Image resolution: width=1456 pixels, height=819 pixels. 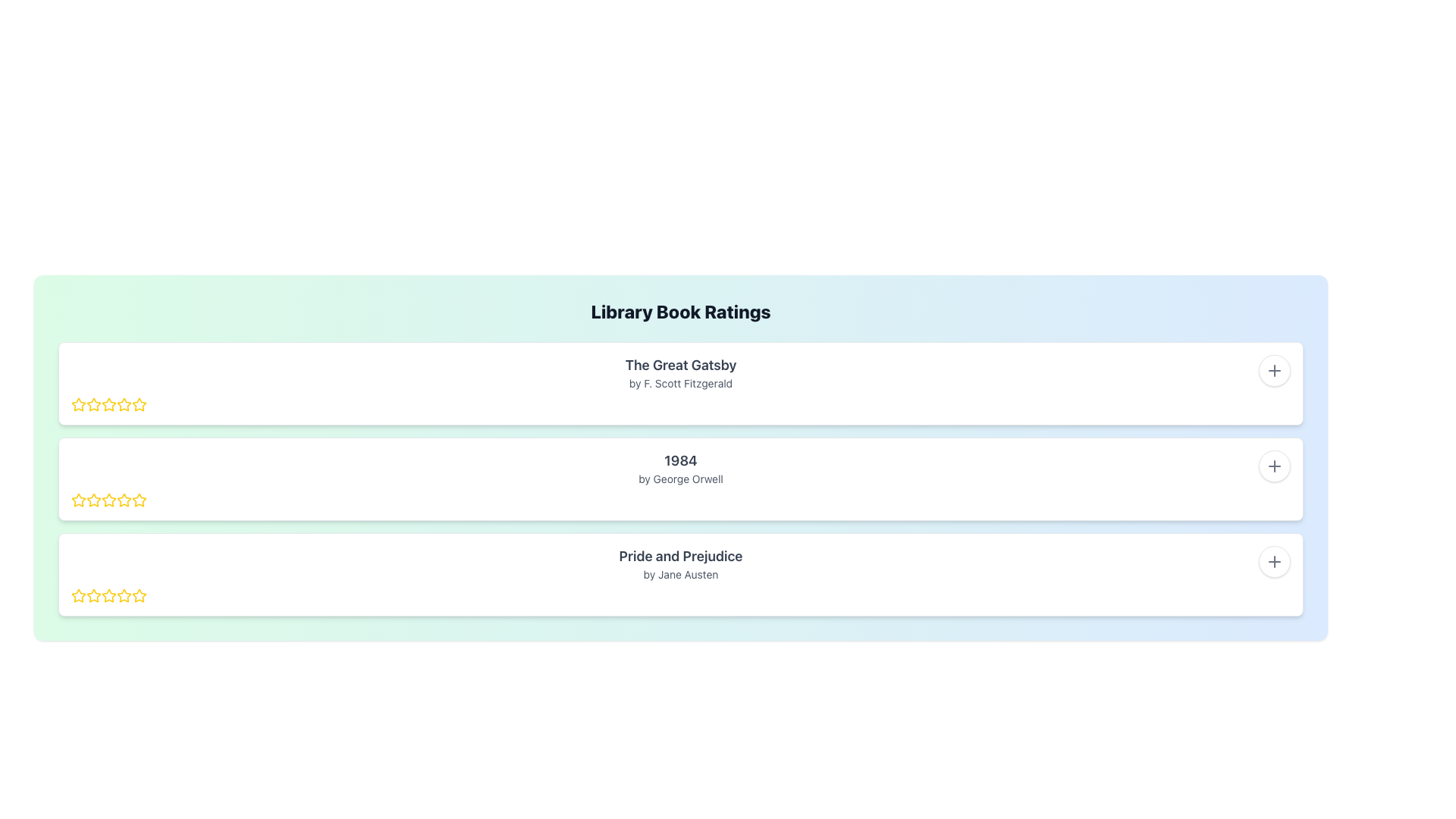 I want to click on the second star in the rating indicator for the book 'Pride and Prejudice', so click(x=124, y=595).